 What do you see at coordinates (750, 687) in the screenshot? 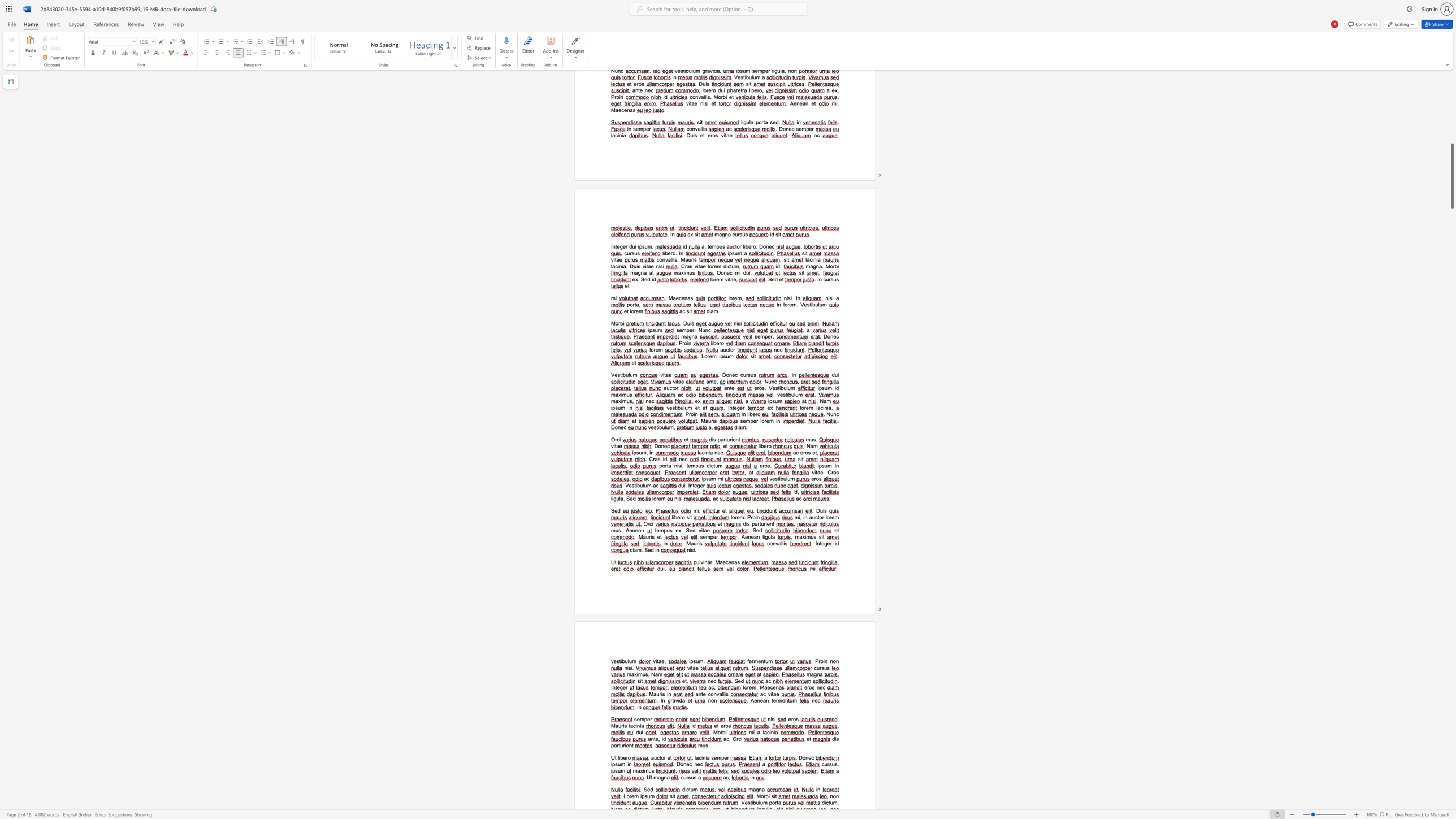
I see `the 1th character "e" in the text` at bounding box center [750, 687].